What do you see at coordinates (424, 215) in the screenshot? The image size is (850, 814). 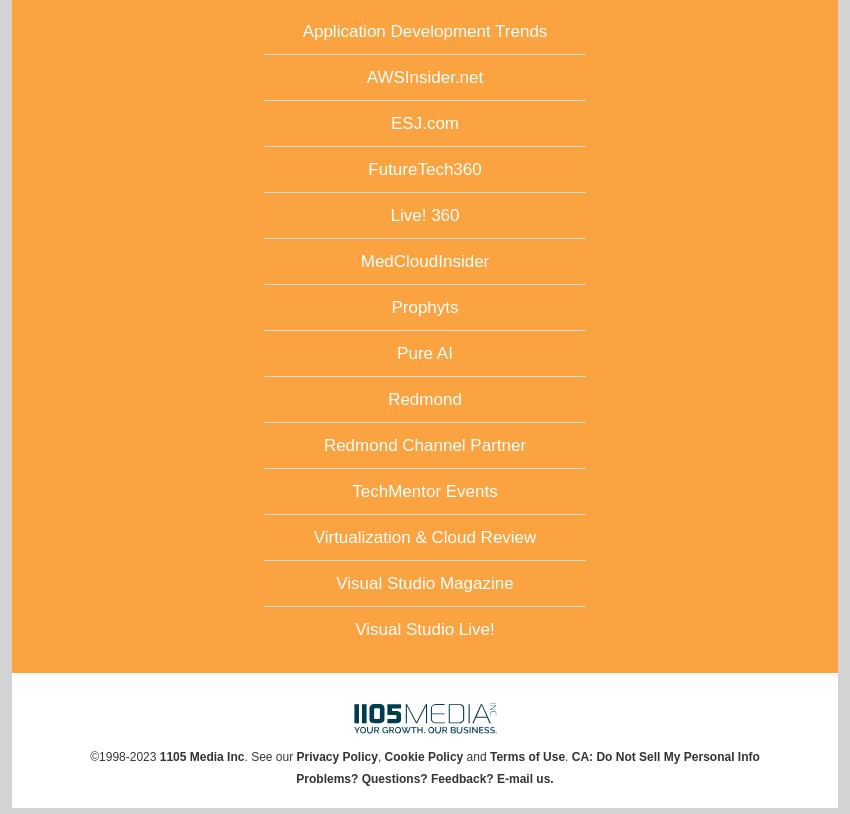 I see `'Live! 360'` at bounding box center [424, 215].